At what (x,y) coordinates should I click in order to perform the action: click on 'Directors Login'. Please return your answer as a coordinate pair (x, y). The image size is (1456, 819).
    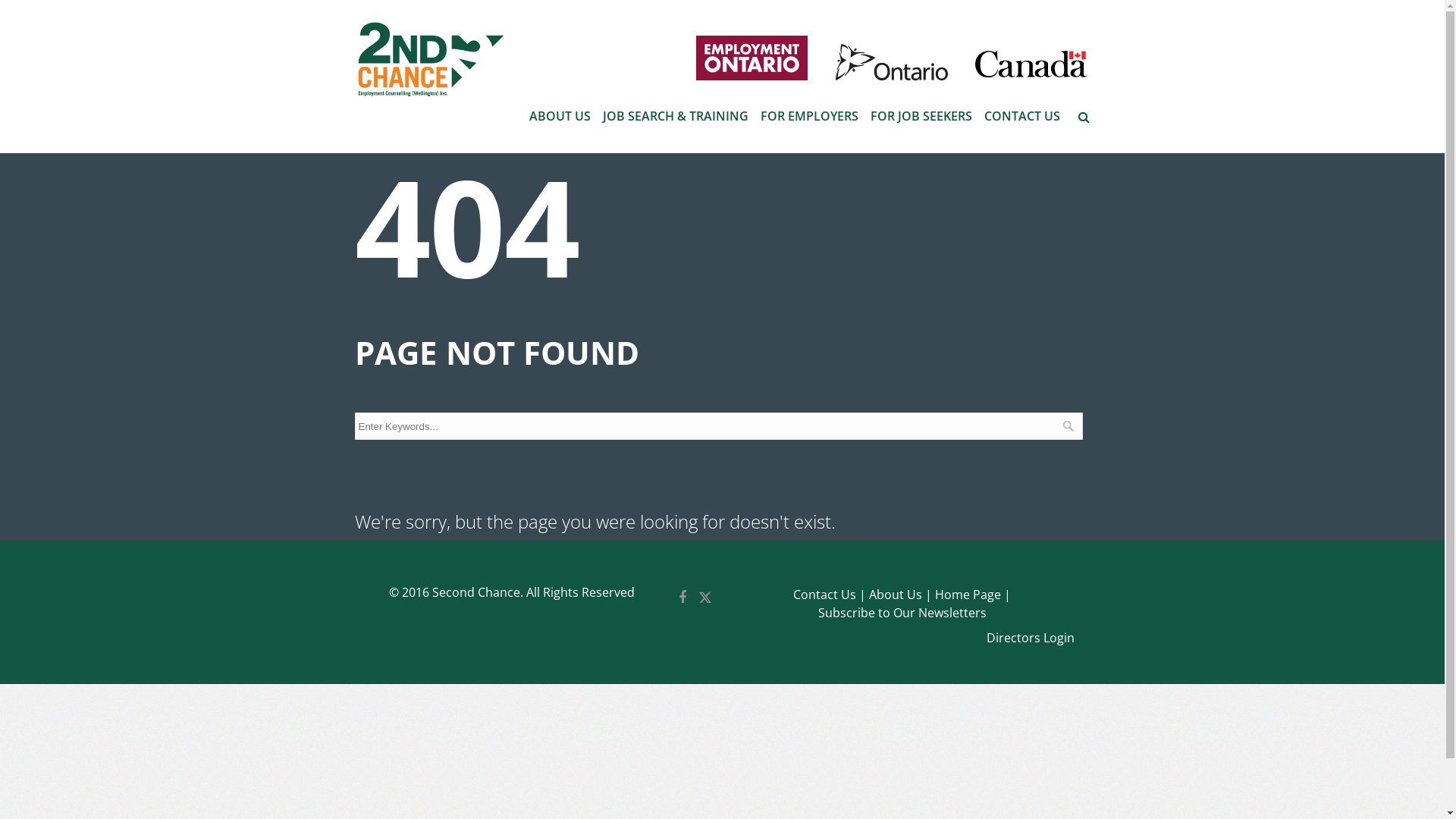
    Looking at the image, I should click on (1030, 638).